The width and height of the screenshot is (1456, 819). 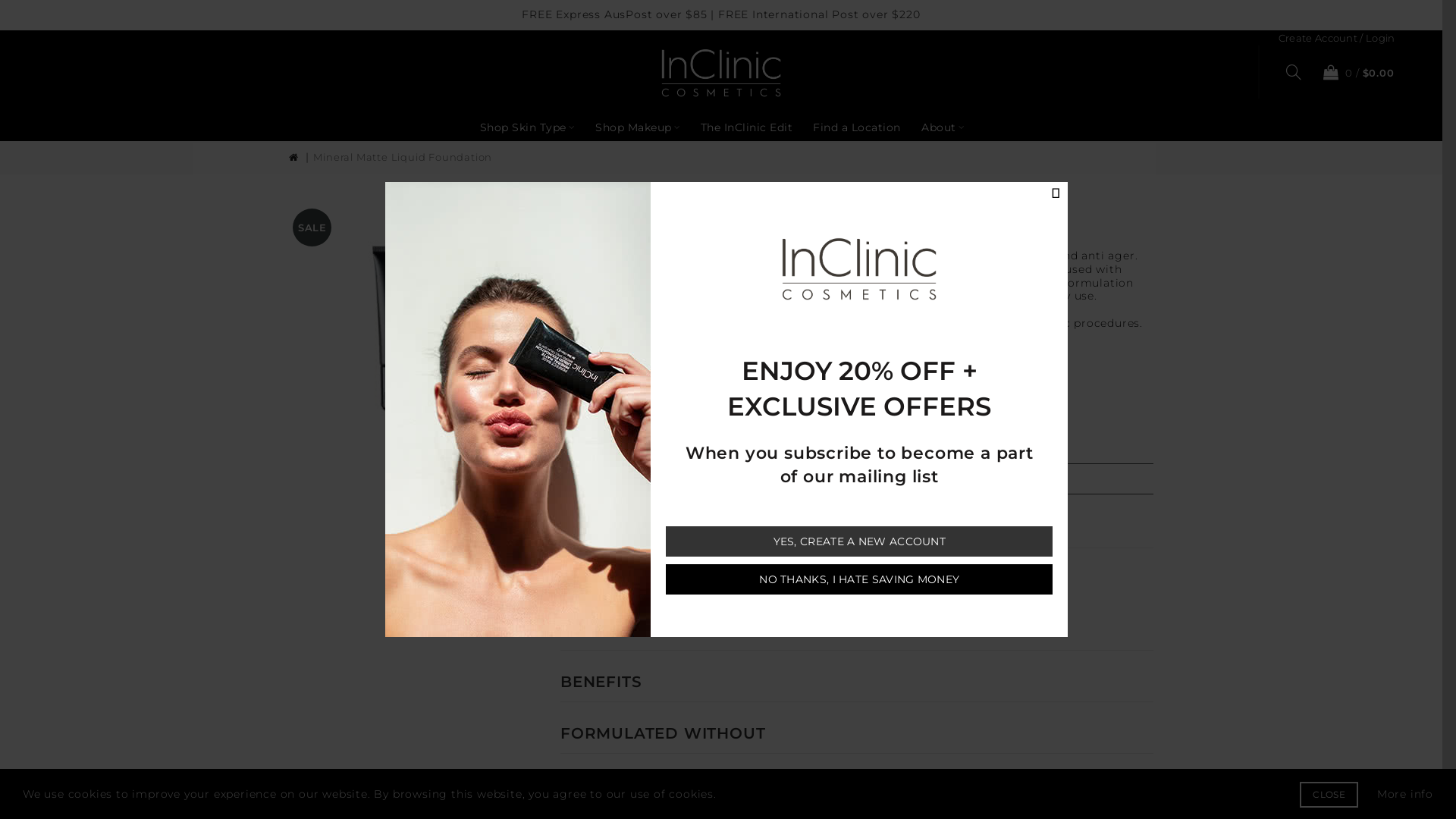 What do you see at coordinates (1336, 37) in the screenshot?
I see `'Create Account / Login'` at bounding box center [1336, 37].